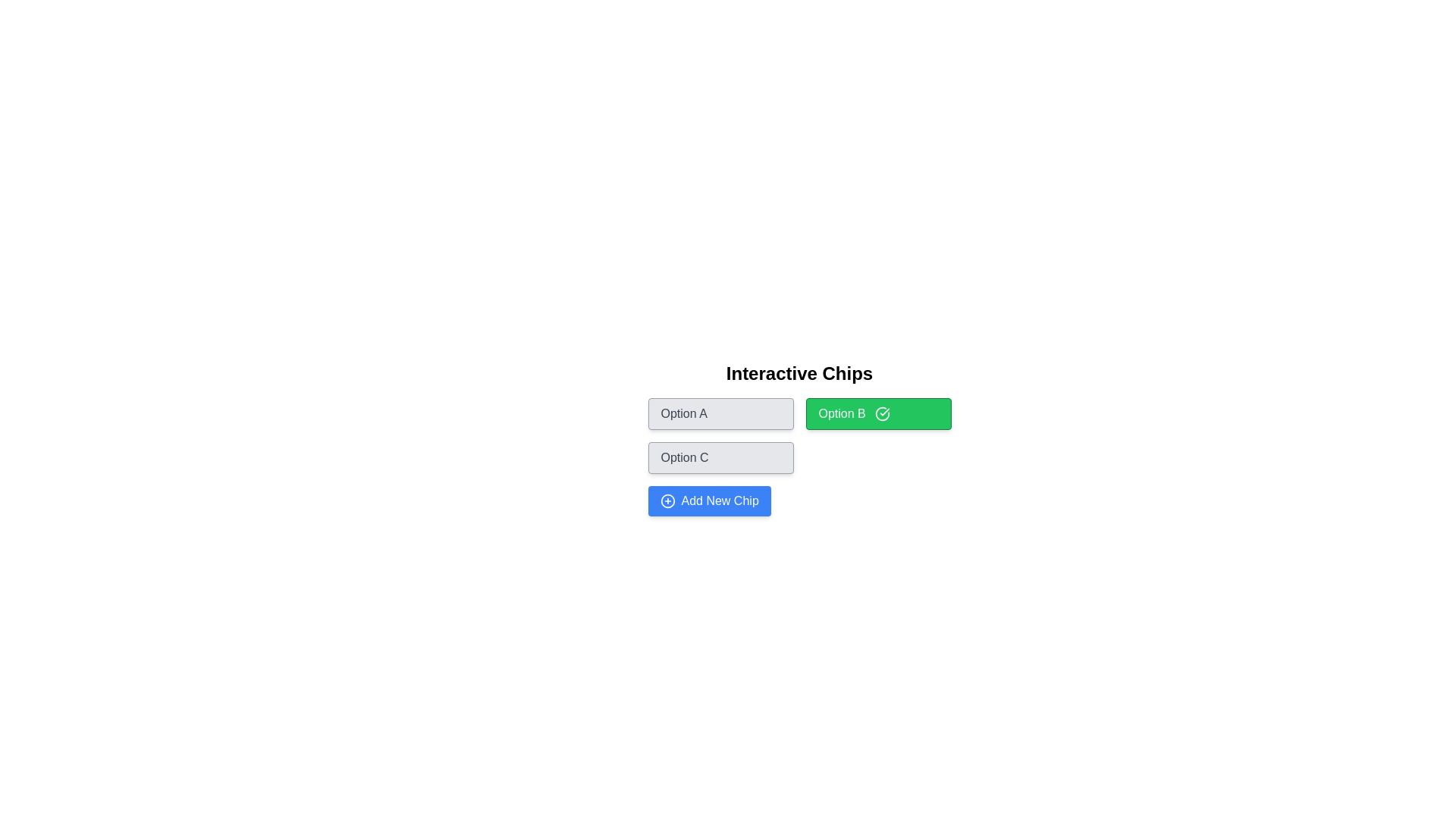 This screenshot has height=819, width=1456. I want to click on the 'Add New Chip' button to add a new chip to the collection, so click(708, 500).